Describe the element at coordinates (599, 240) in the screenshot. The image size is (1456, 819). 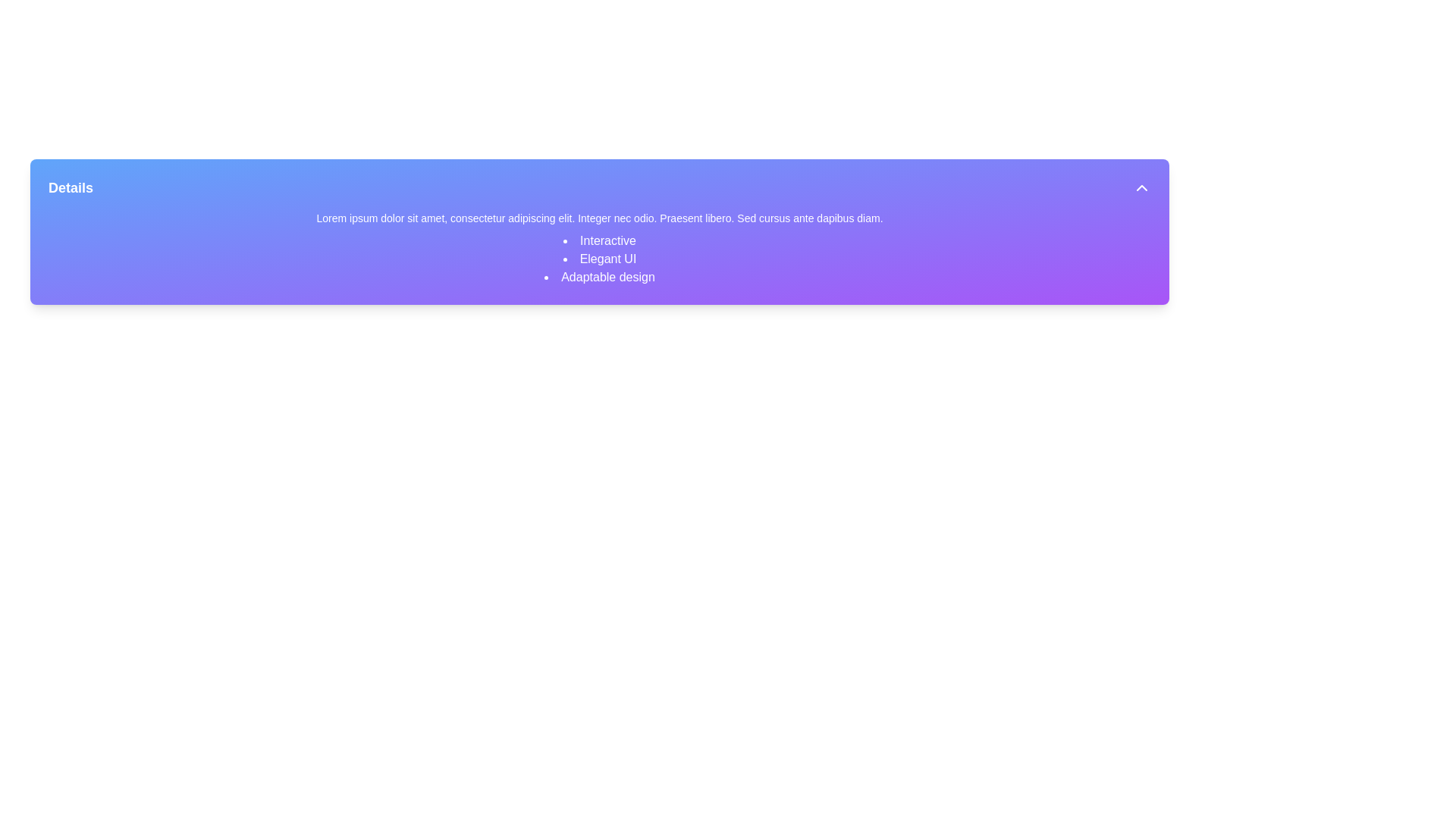
I see `the 'Interactive' text label, which is the first item in a bullet list styled with a white dot preceding it` at that location.